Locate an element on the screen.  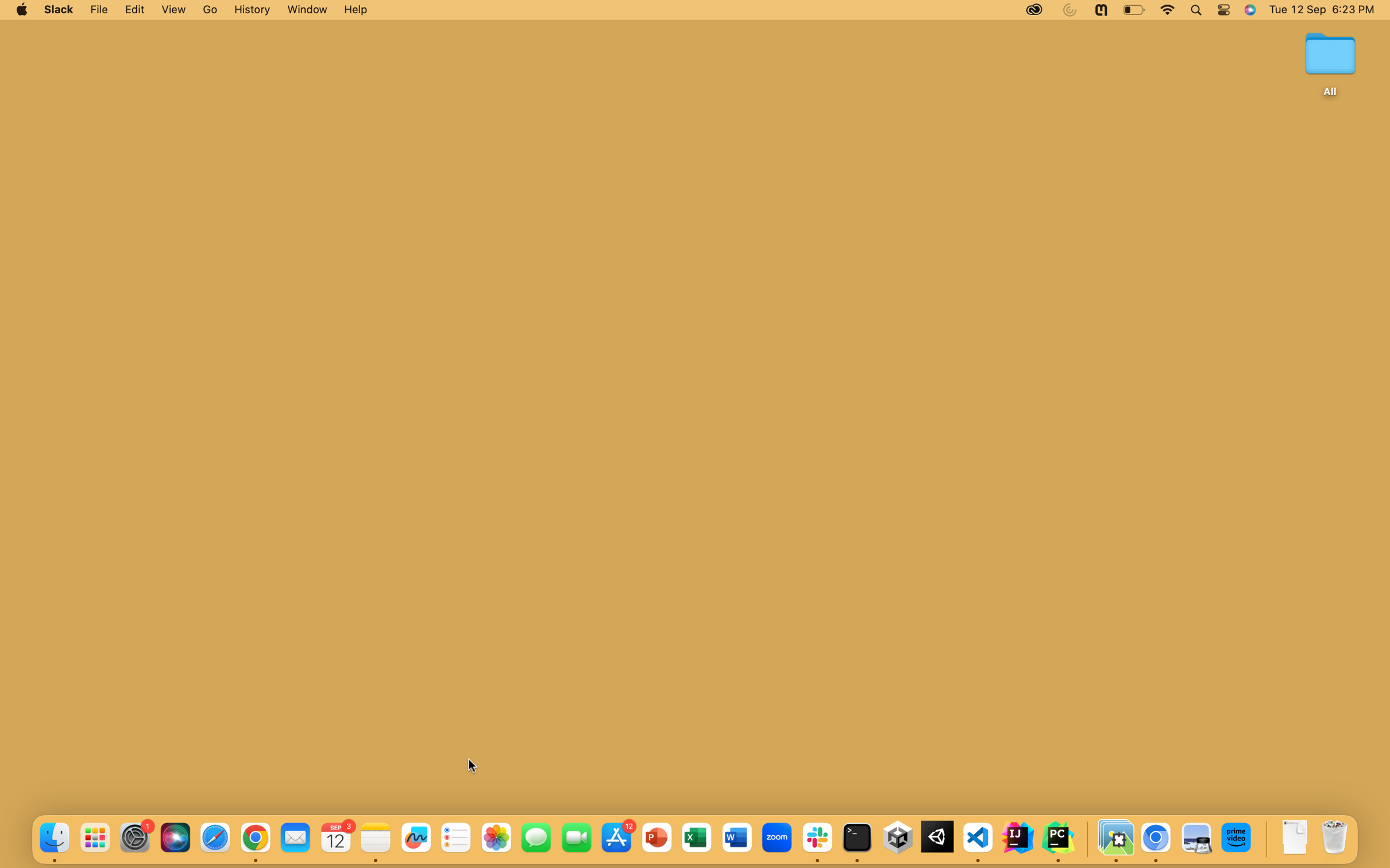
Search for App Calculator using search icon is located at coordinates (1195, 10).